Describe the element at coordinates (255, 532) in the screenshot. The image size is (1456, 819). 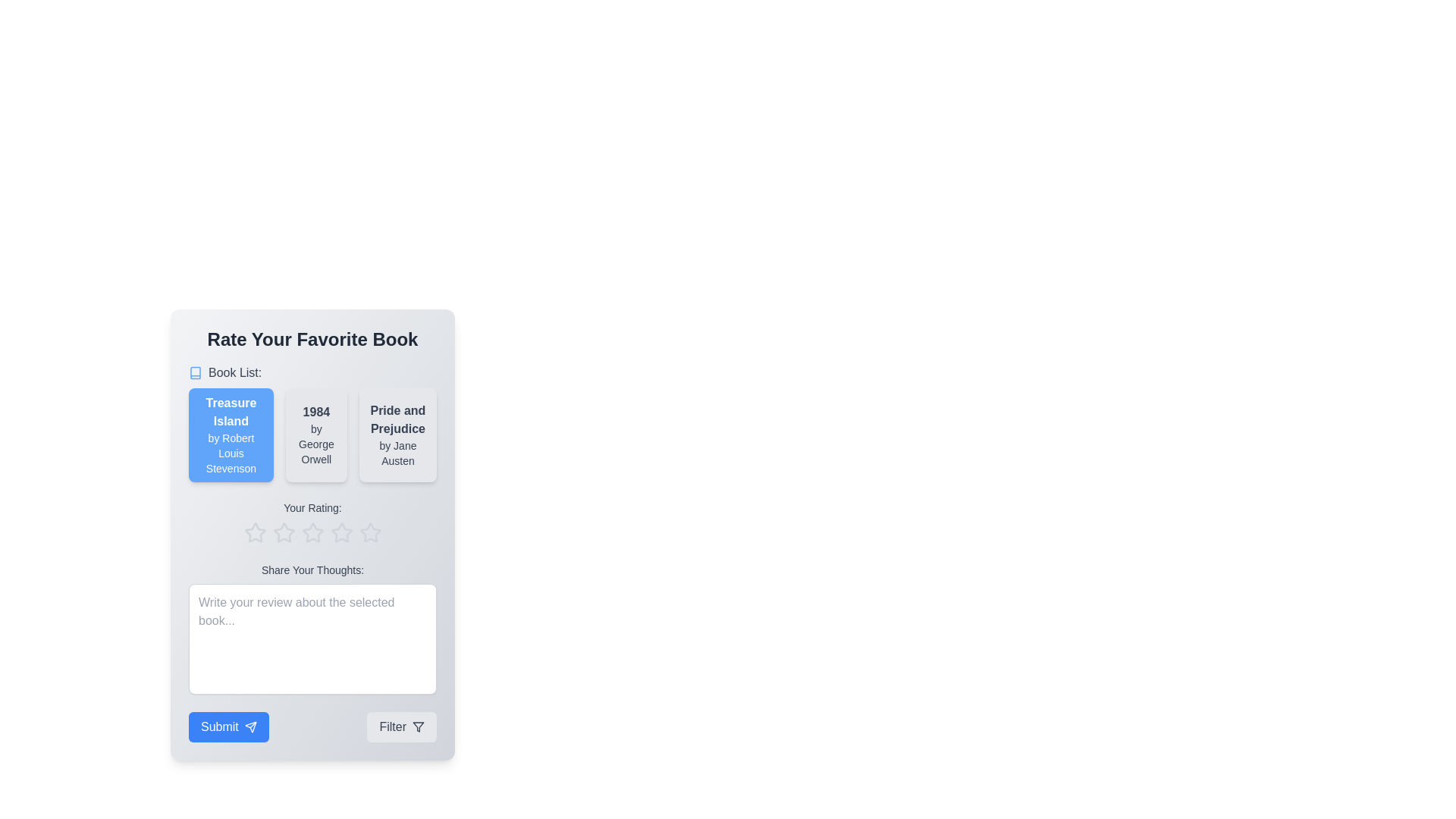
I see `the first star in the five-star rating system to assign a one-star rating` at that location.